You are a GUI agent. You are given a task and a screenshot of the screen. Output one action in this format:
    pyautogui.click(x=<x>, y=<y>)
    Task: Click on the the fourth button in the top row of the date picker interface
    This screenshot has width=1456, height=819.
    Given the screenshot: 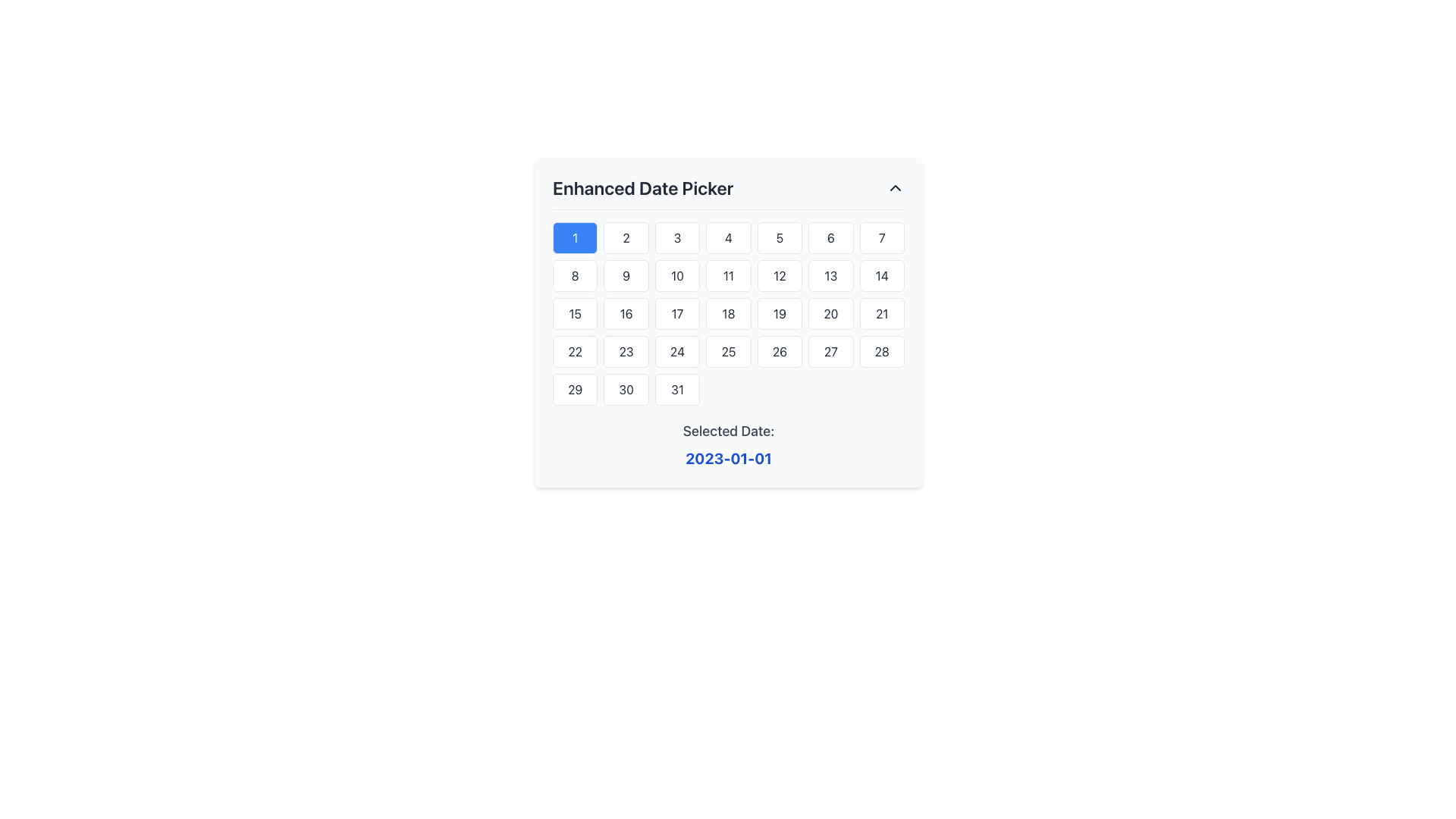 What is the action you would take?
    pyautogui.click(x=728, y=237)
    